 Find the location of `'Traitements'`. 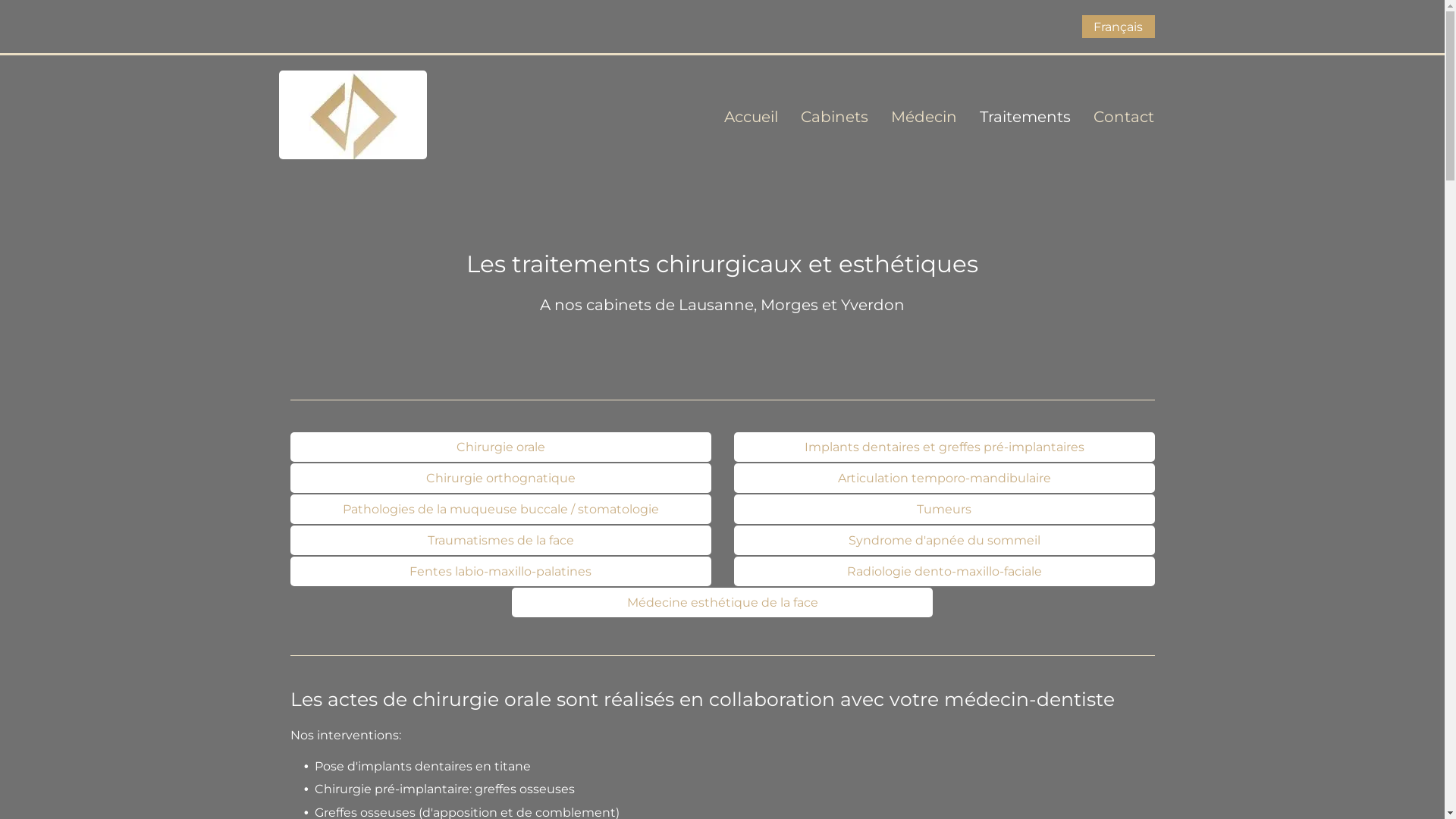

'Traitements' is located at coordinates (1014, 116).